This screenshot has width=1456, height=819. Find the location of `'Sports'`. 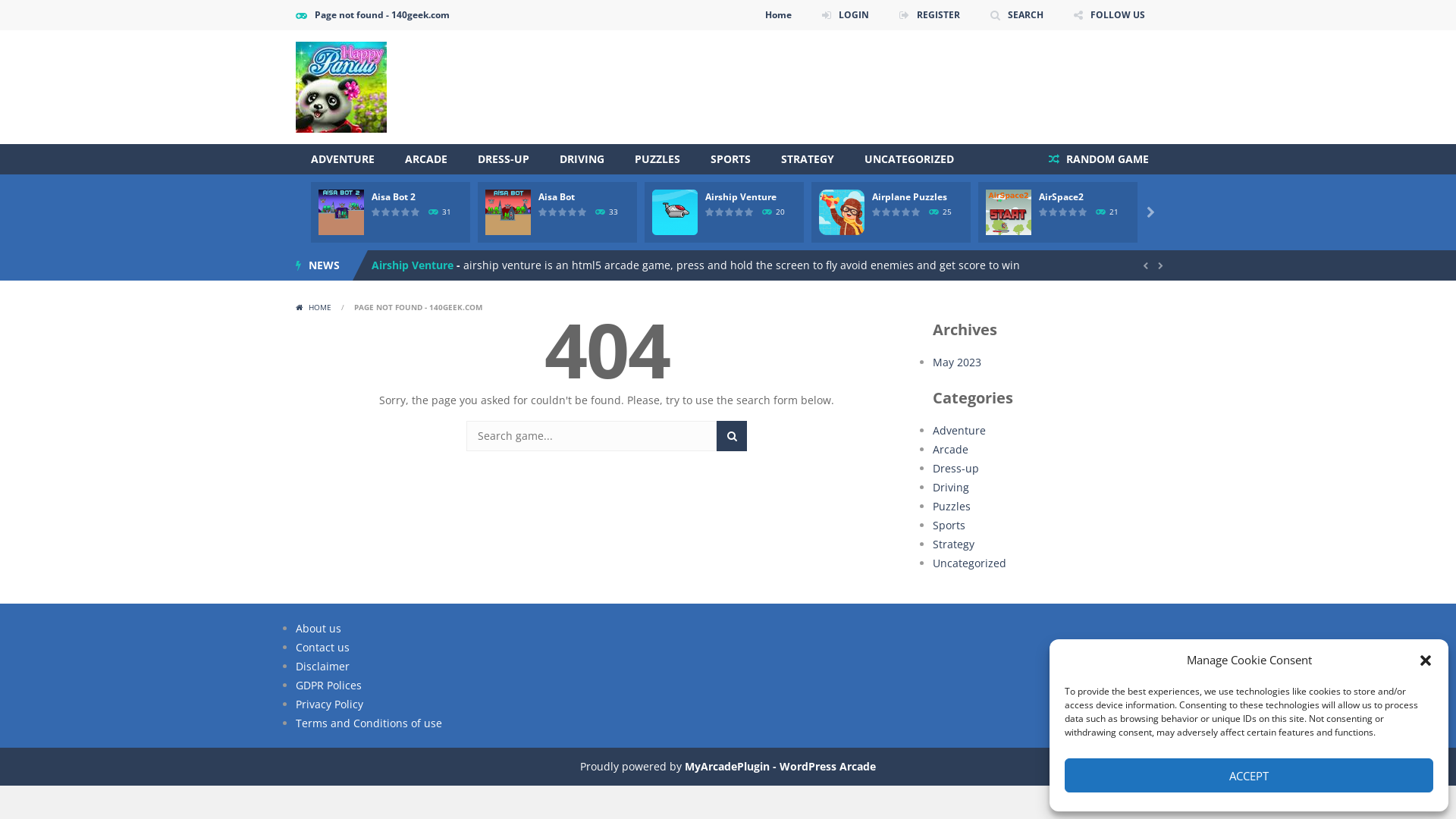

'Sports' is located at coordinates (948, 524).